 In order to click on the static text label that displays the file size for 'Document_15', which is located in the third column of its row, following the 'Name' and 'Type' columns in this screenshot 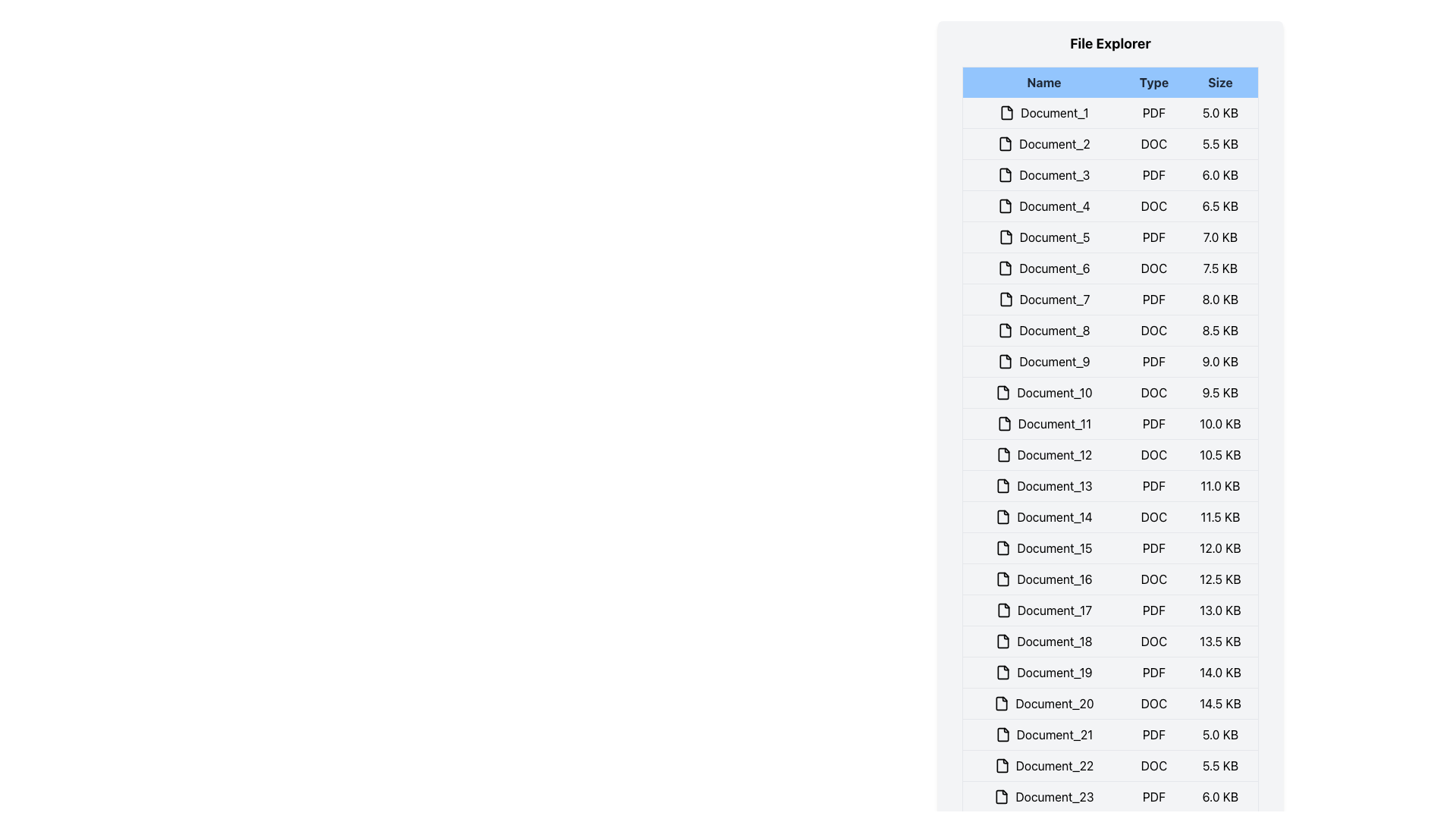, I will do `click(1220, 548)`.